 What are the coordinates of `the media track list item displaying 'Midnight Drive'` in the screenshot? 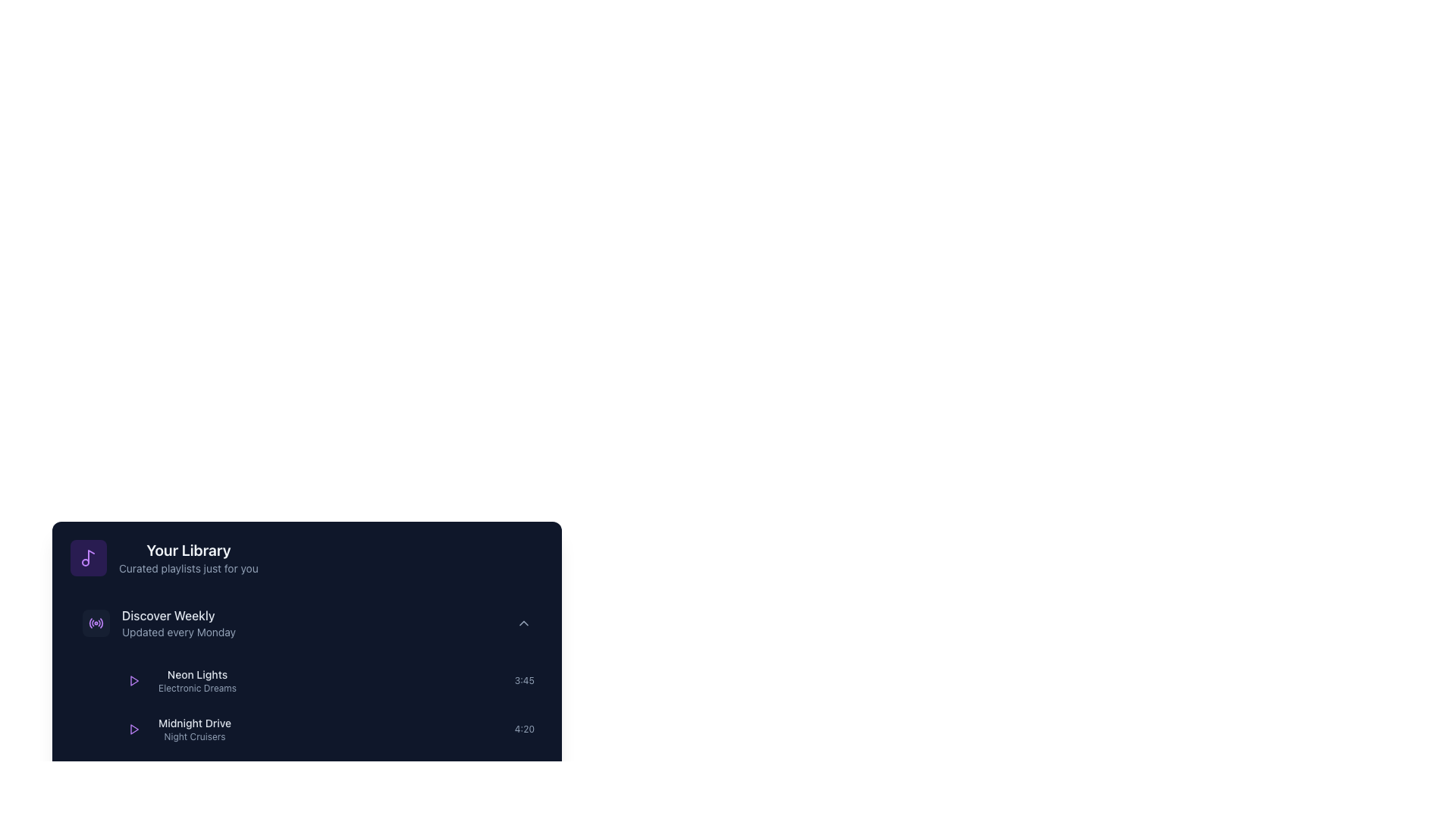 It's located at (327, 728).